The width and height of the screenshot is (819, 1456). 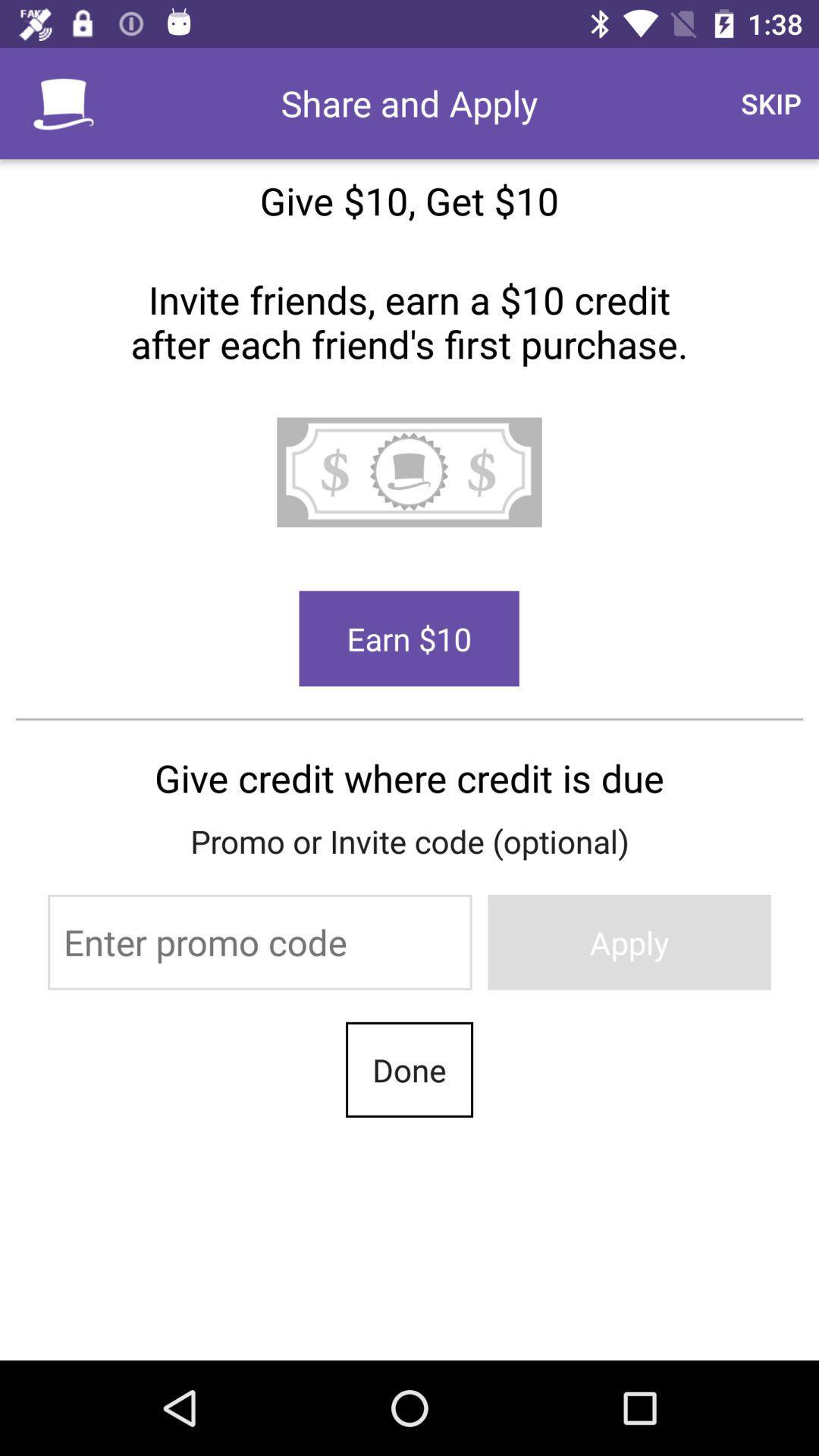 What do you see at coordinates (629, 942) in the screenshot?
I see `apply which is in the bottom second line` at bounding box center [629, 942].